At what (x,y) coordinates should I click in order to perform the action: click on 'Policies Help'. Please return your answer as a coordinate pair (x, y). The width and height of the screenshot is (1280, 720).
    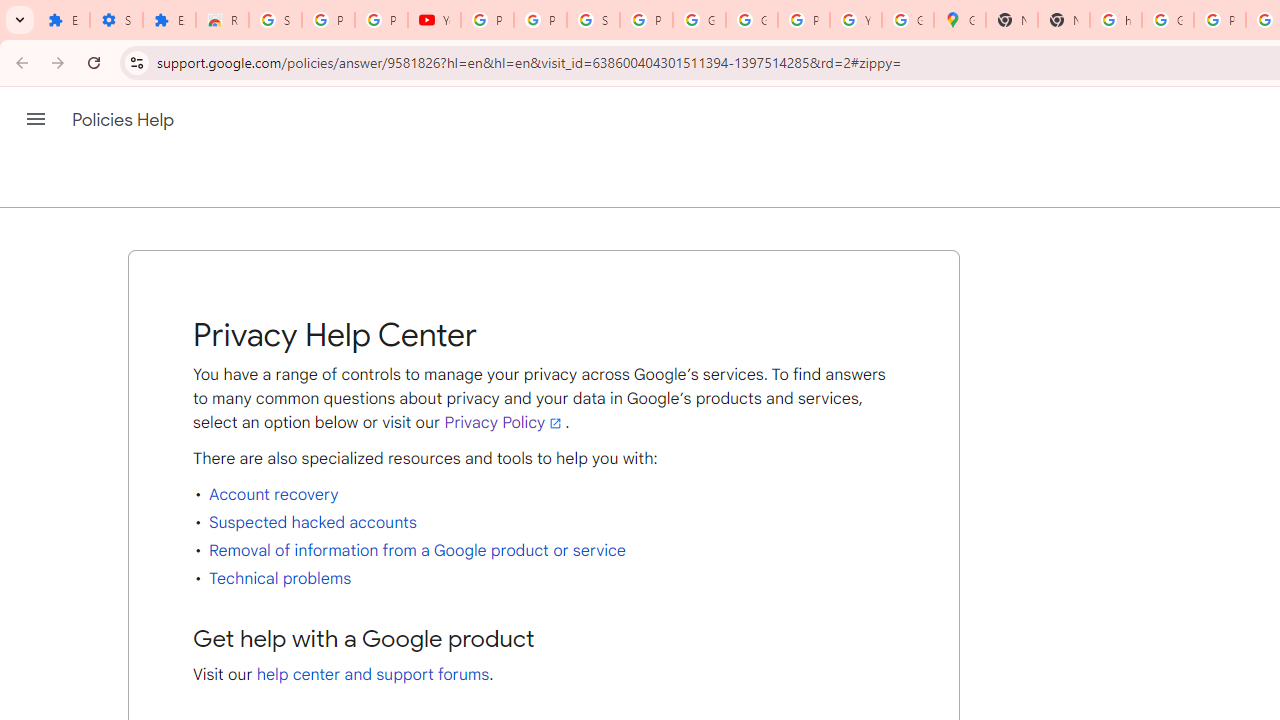
    Looking at the image, I should click on (123, 119).